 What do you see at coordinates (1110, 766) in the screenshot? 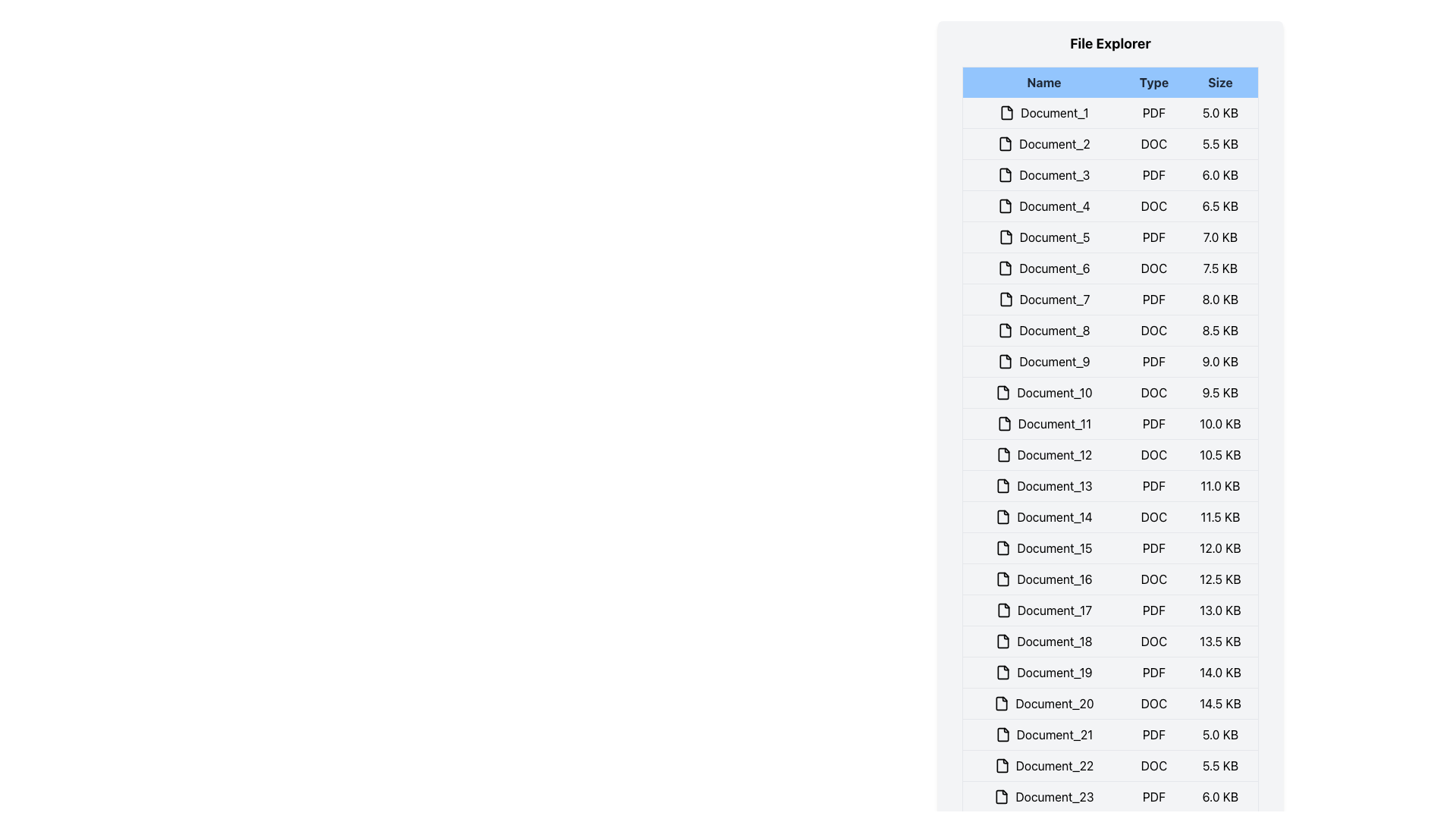
I see `the 22nd item in the file explorer list` at bounding box center [1110, 766].